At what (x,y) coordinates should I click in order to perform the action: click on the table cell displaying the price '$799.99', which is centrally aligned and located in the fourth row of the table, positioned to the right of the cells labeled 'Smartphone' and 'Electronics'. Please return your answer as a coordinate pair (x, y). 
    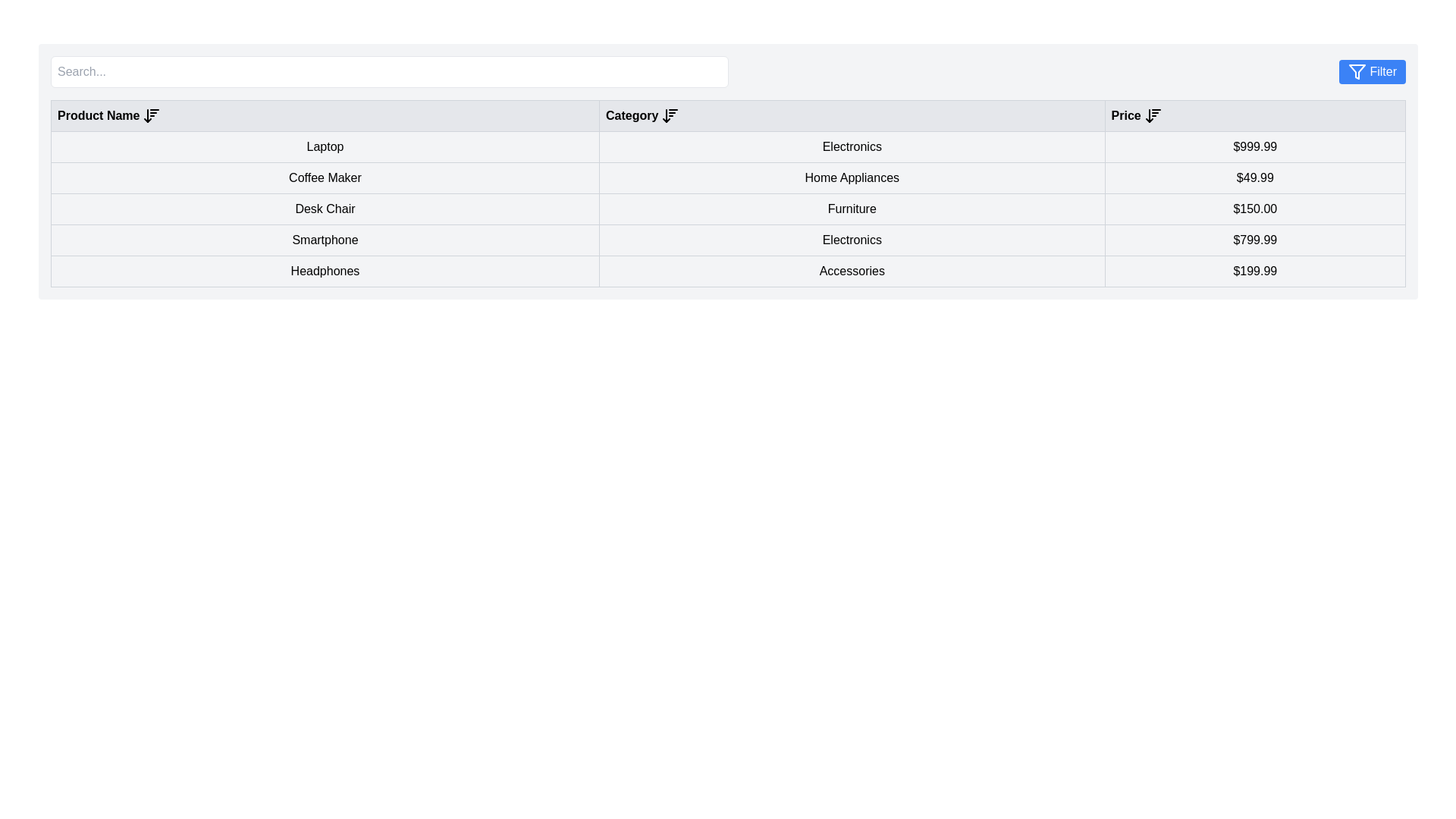
    Looking at the image, I should click on (1255, 239).